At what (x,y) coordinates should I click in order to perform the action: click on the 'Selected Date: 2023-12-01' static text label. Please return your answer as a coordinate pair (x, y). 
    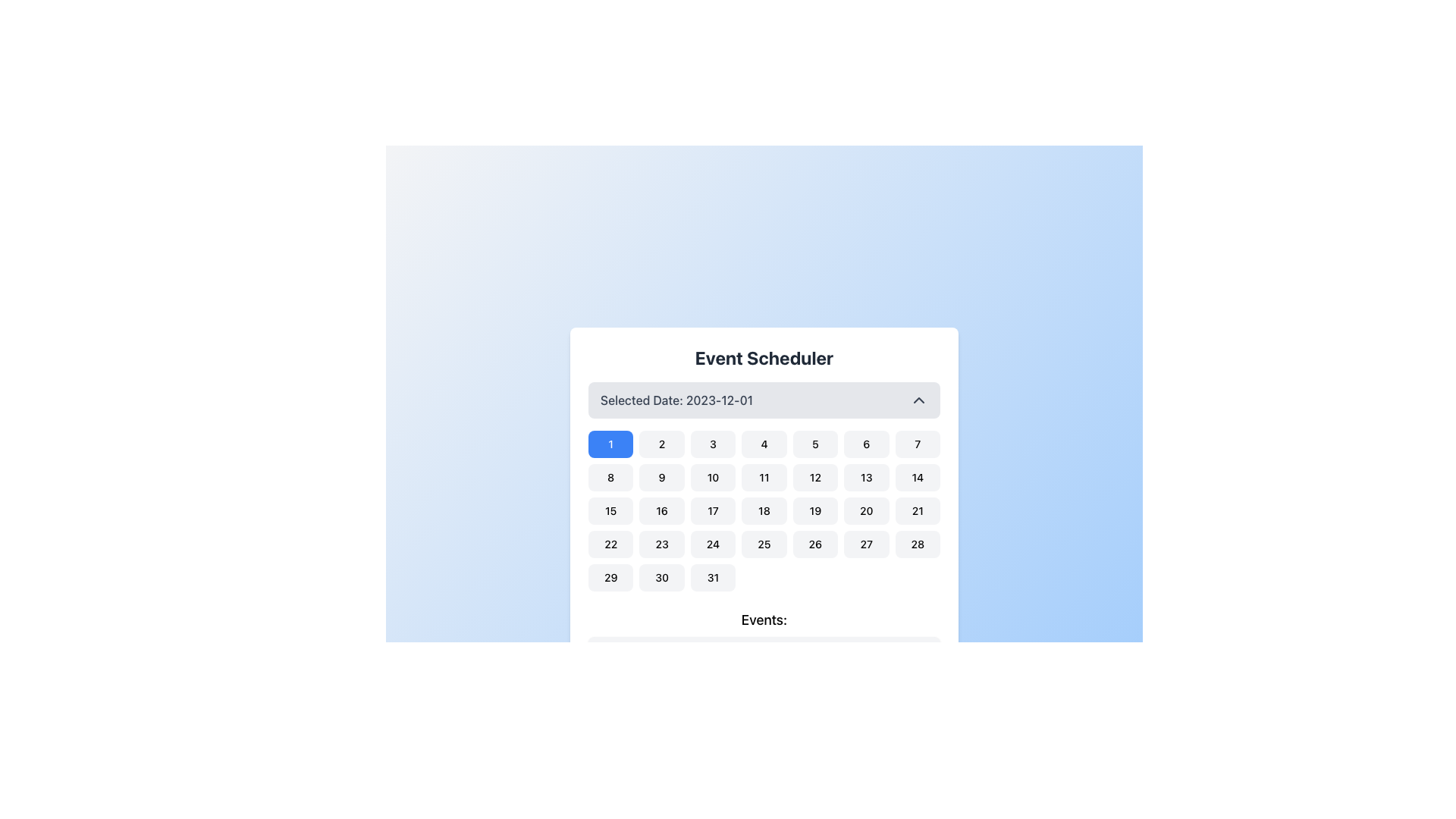
    Looking at the image, I should click on (676, 400).